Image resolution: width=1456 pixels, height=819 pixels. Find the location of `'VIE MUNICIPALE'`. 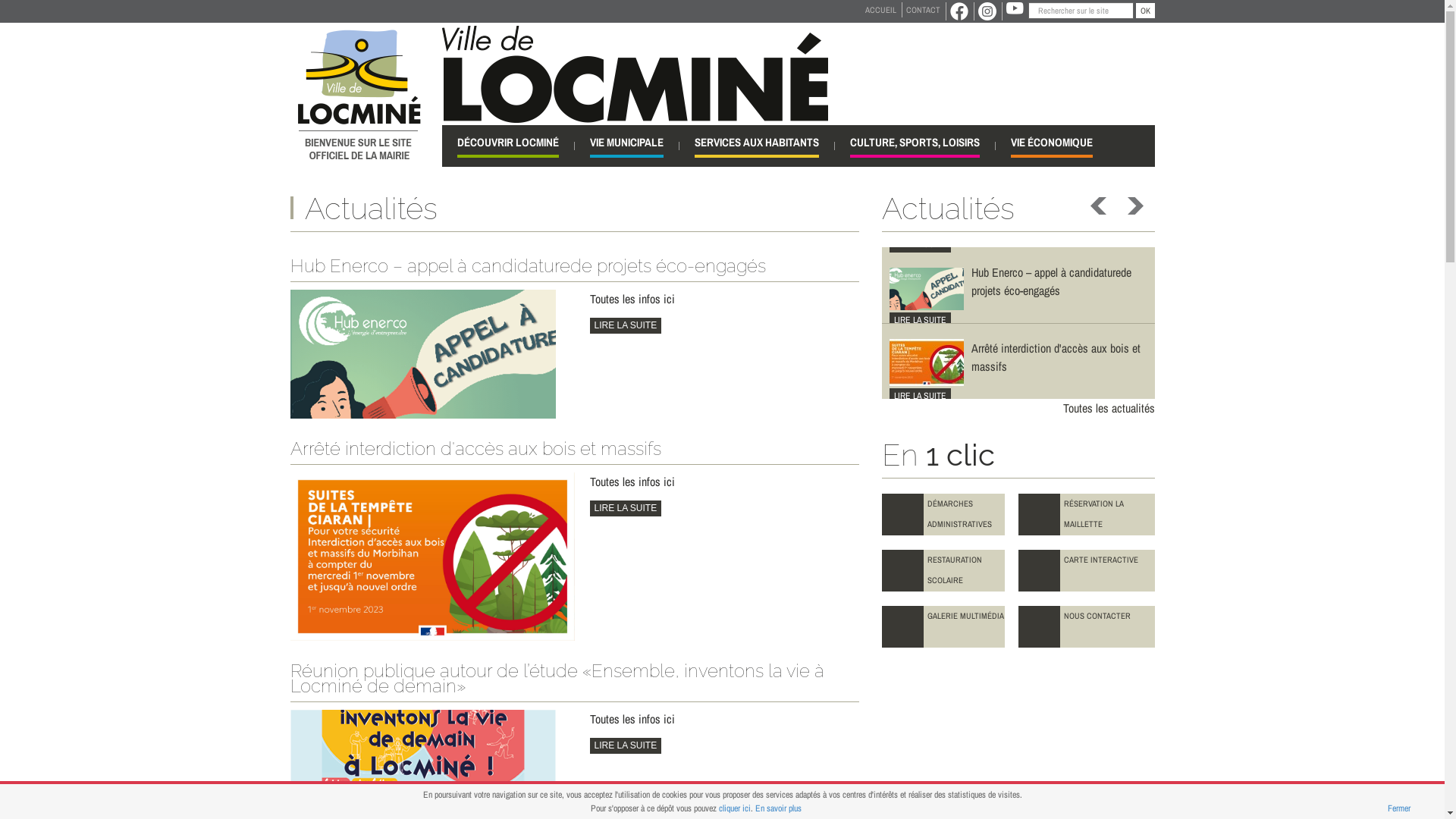

'VIE MUNICIPALE' is located at coordinates (626, 146).